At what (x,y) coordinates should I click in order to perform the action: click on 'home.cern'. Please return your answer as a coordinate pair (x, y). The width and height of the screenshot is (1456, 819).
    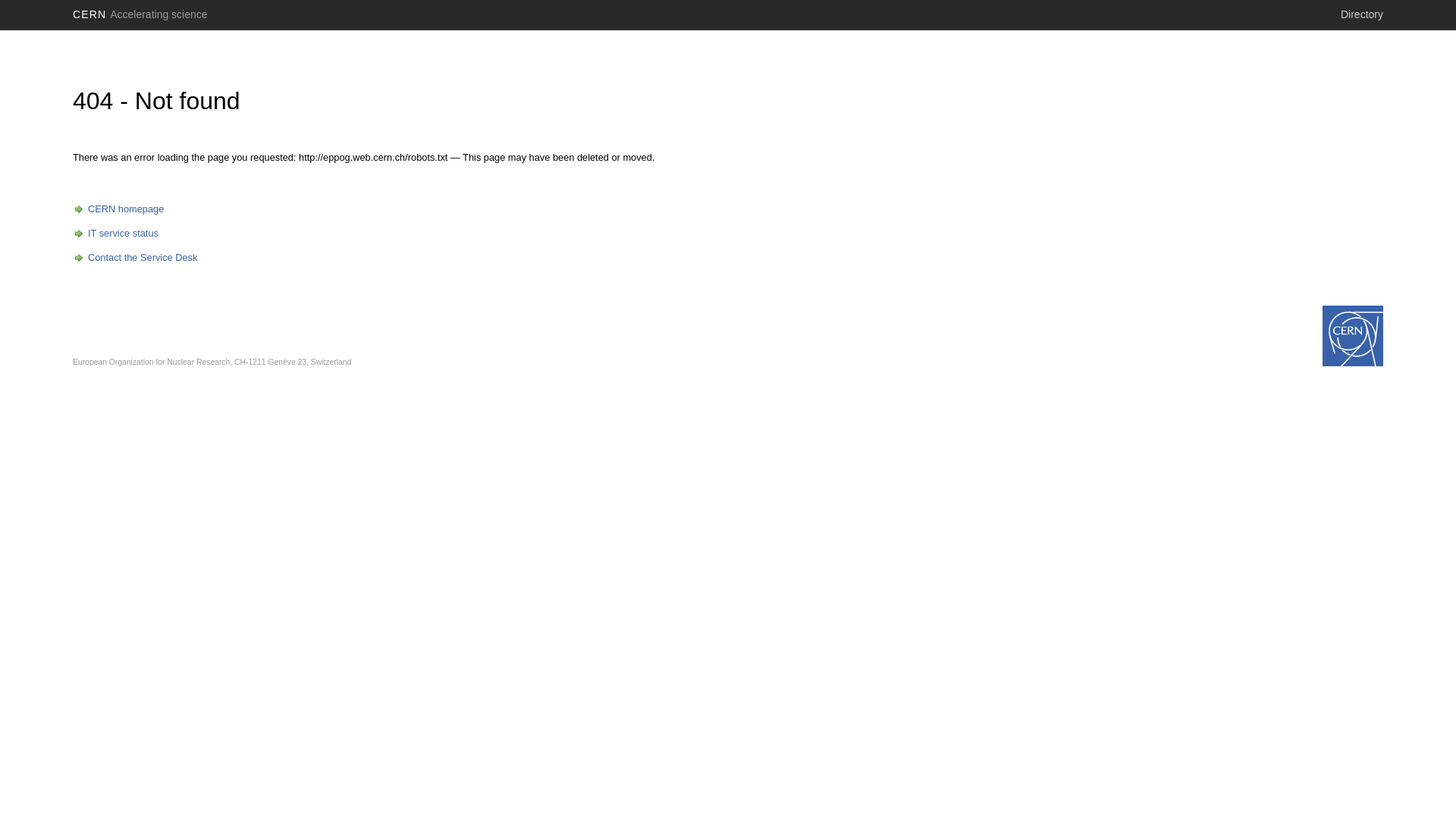
    Looking at the image, I should click on (1353, 335).